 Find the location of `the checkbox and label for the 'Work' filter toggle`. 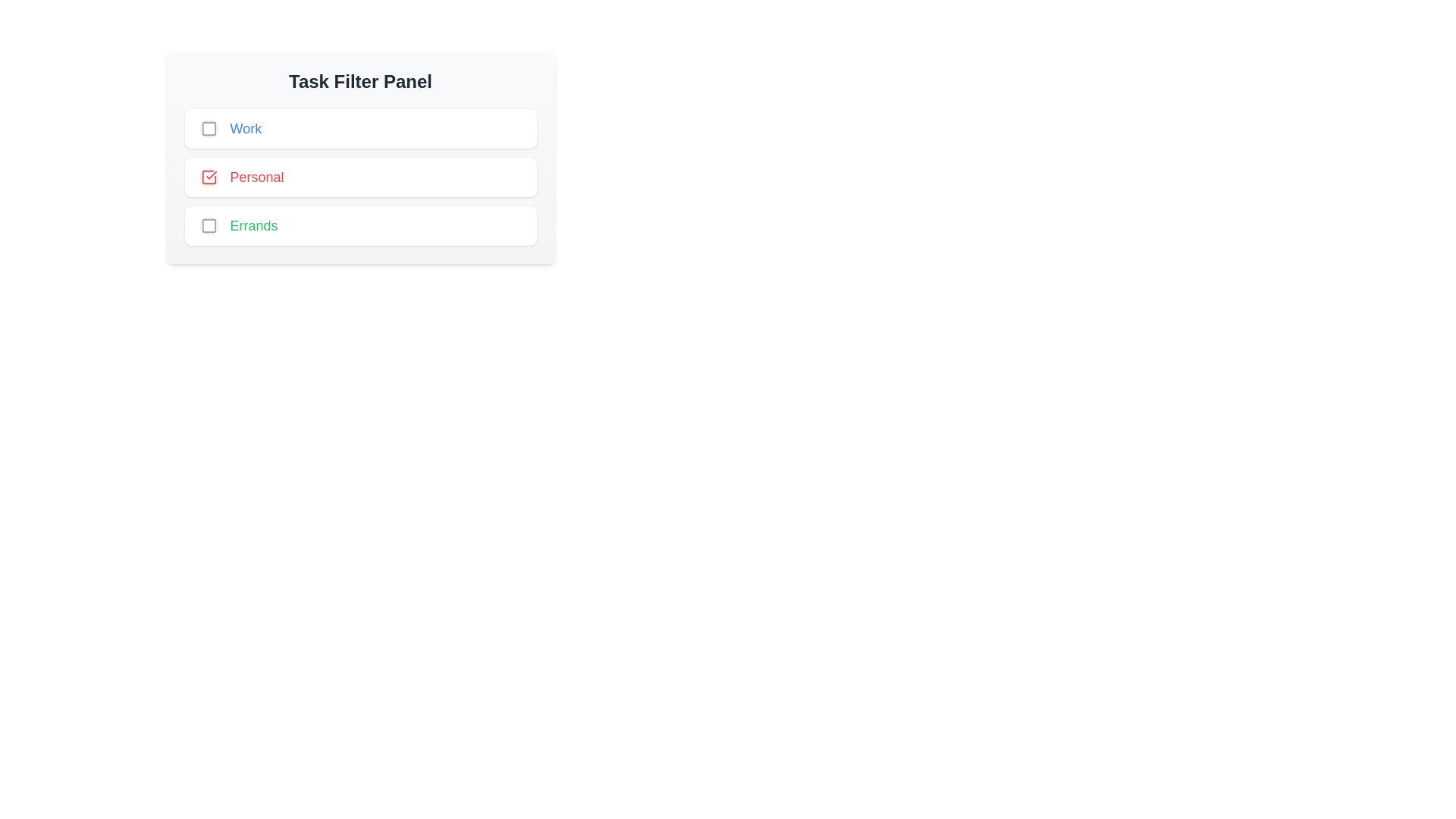

the checkbox and label for the 'Work' filter toggle is located at coordinates (359, 127).